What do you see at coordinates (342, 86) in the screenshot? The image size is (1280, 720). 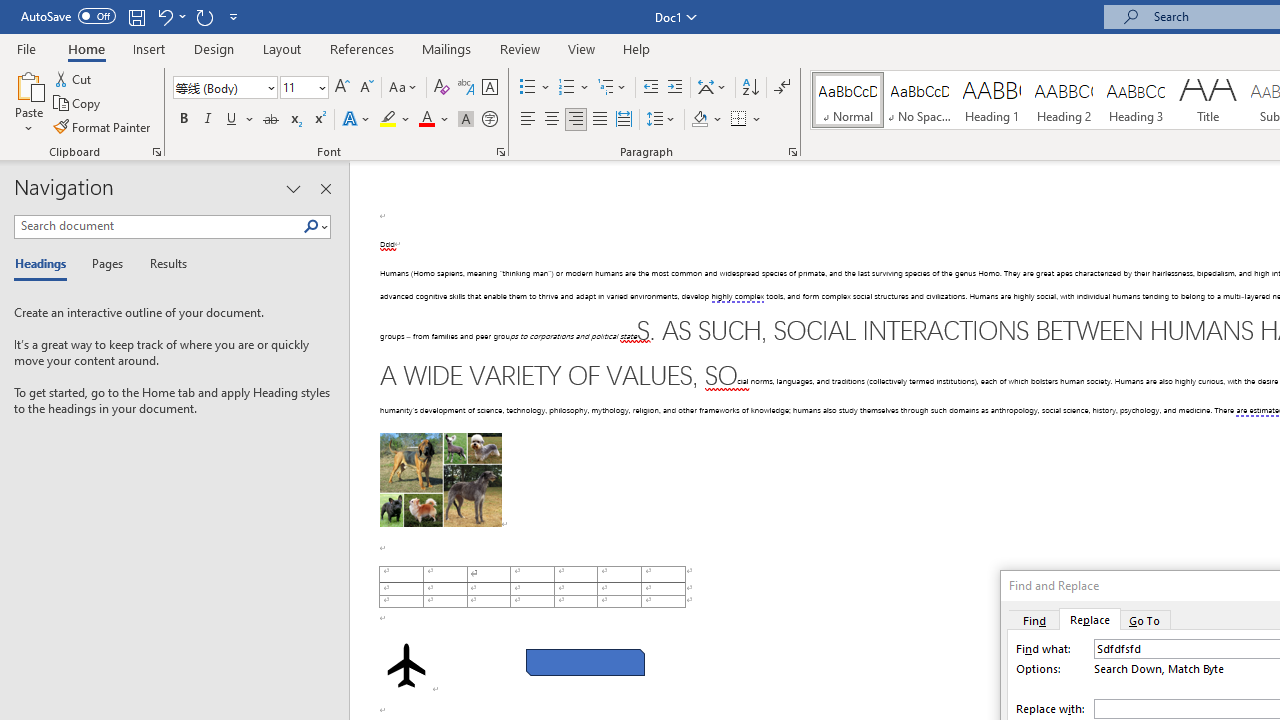 I see `'Grow Font'` at bounding box center [342, 86].